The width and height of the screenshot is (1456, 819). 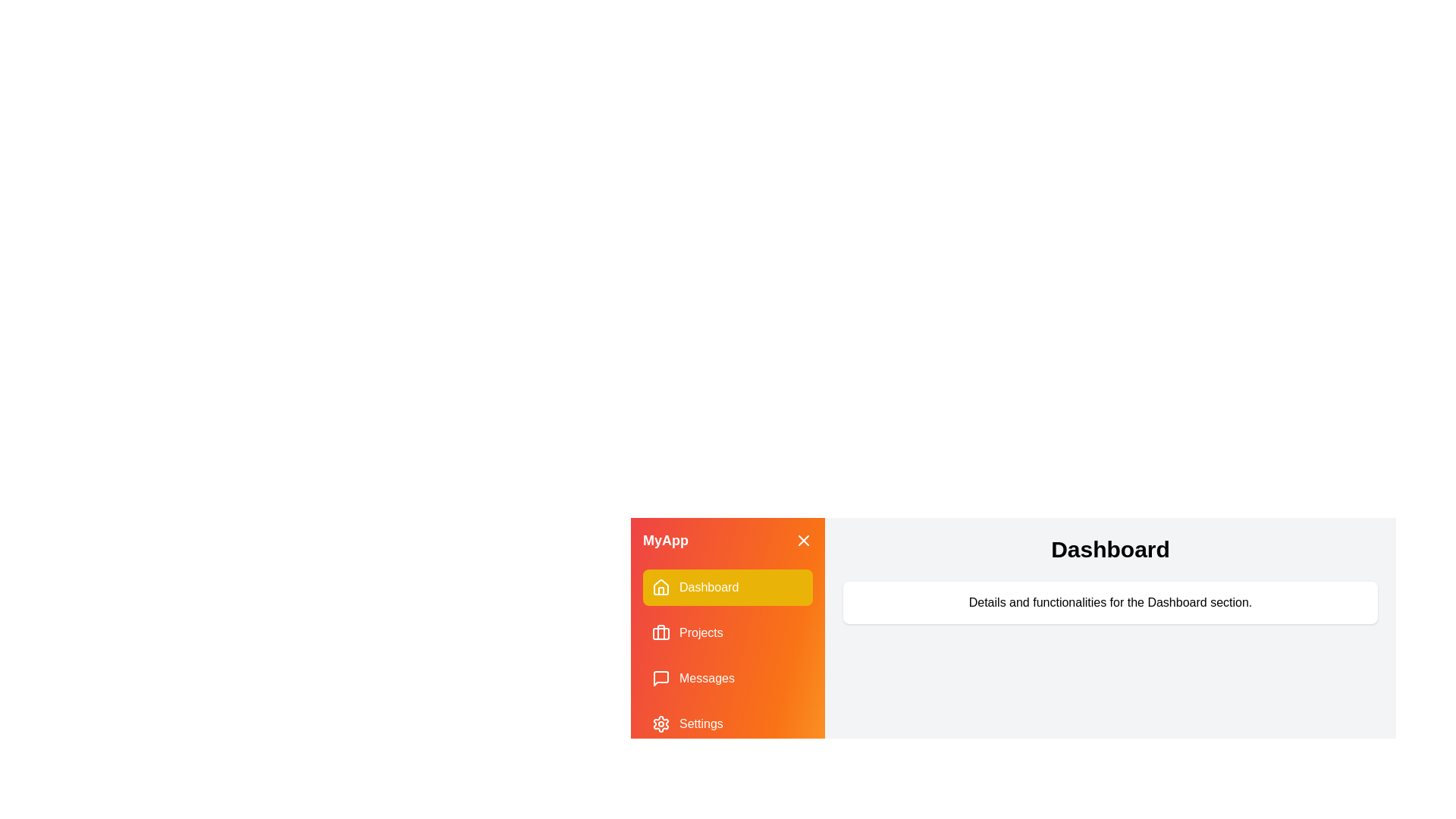 I want to click on the menu item labeled Messages to display its content, so click(x=728, y=677).